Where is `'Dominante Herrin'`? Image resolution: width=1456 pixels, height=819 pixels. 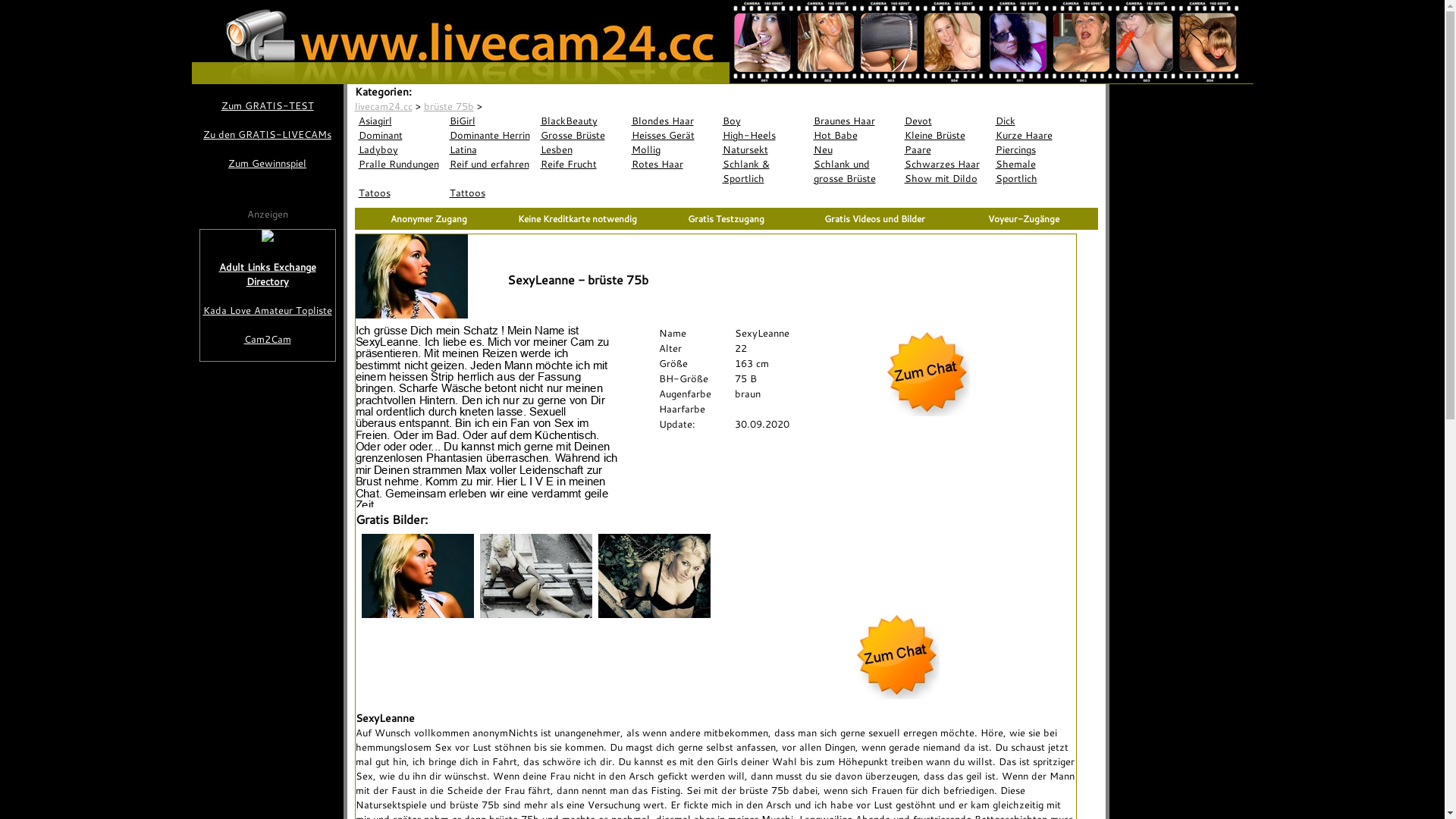 'Dominante Herrin' is located at coordinates (491, 134).